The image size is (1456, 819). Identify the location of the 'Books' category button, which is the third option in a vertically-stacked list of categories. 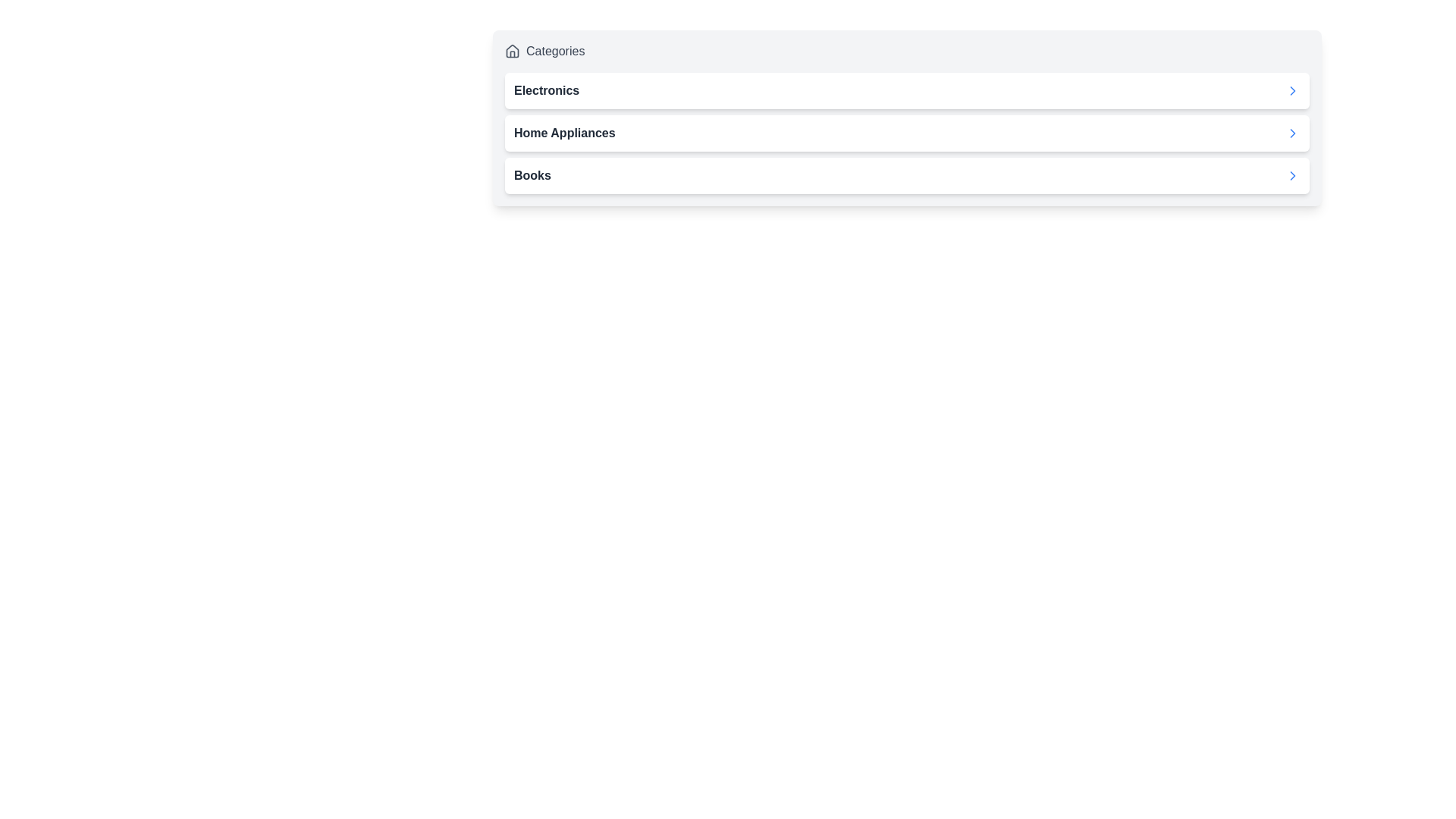
(907, 174).